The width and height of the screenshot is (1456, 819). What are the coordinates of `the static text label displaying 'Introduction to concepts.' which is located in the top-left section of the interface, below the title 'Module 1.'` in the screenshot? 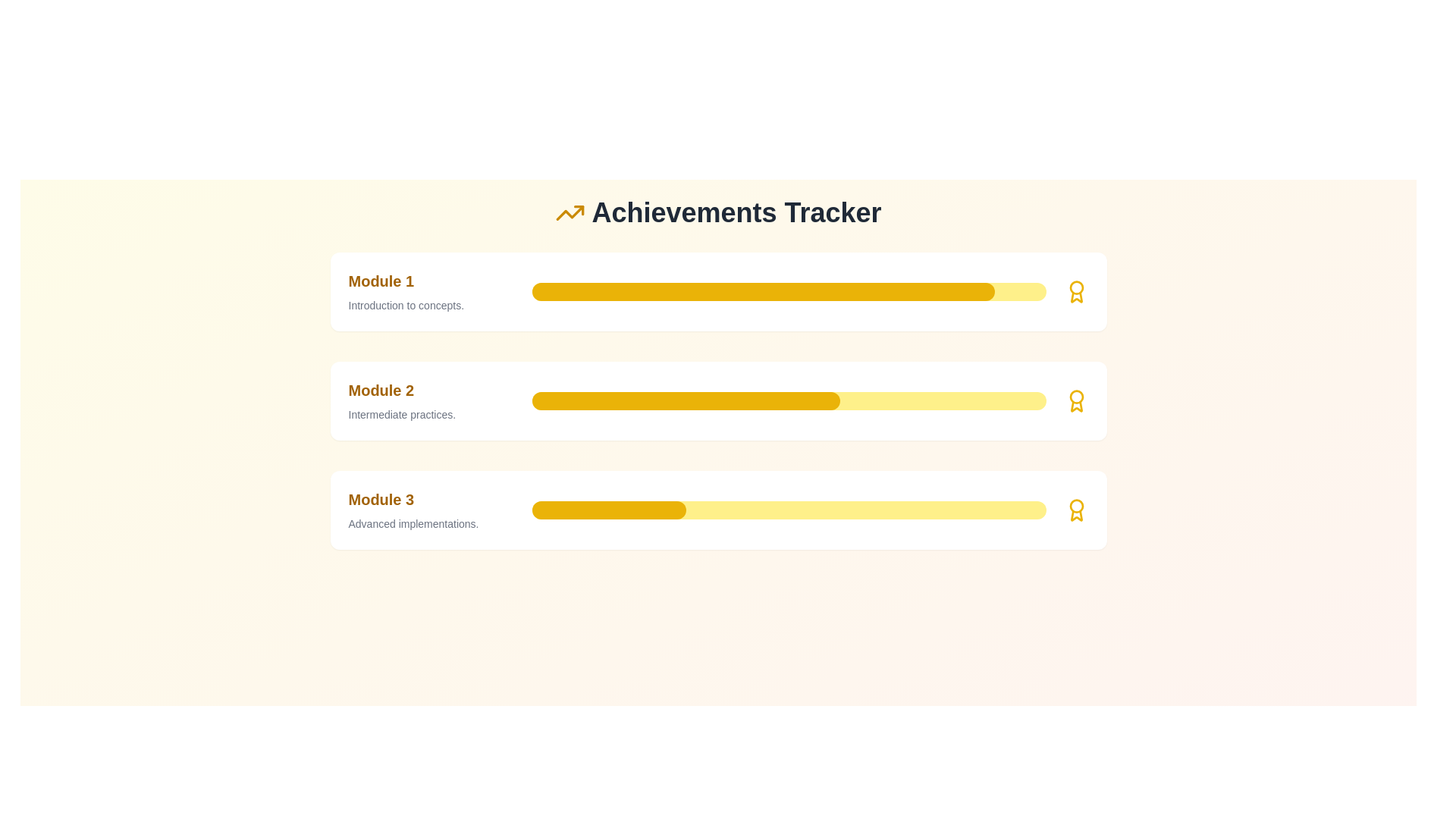 It's located at (433, 305).